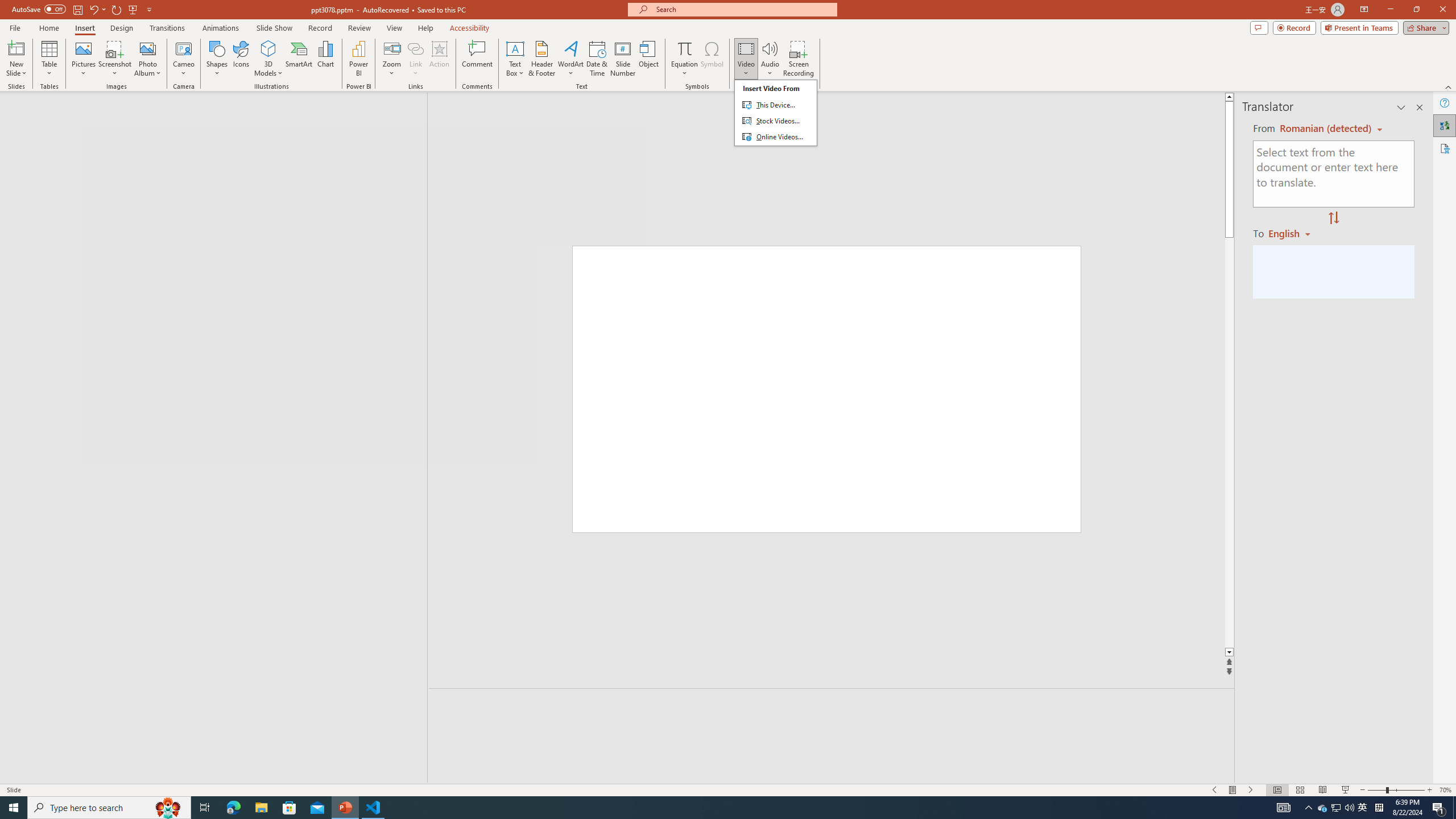  What do you see at coordinates (359, 59) in the screenshot?
I see `'Power BI'` at bounding box center [359, 59].